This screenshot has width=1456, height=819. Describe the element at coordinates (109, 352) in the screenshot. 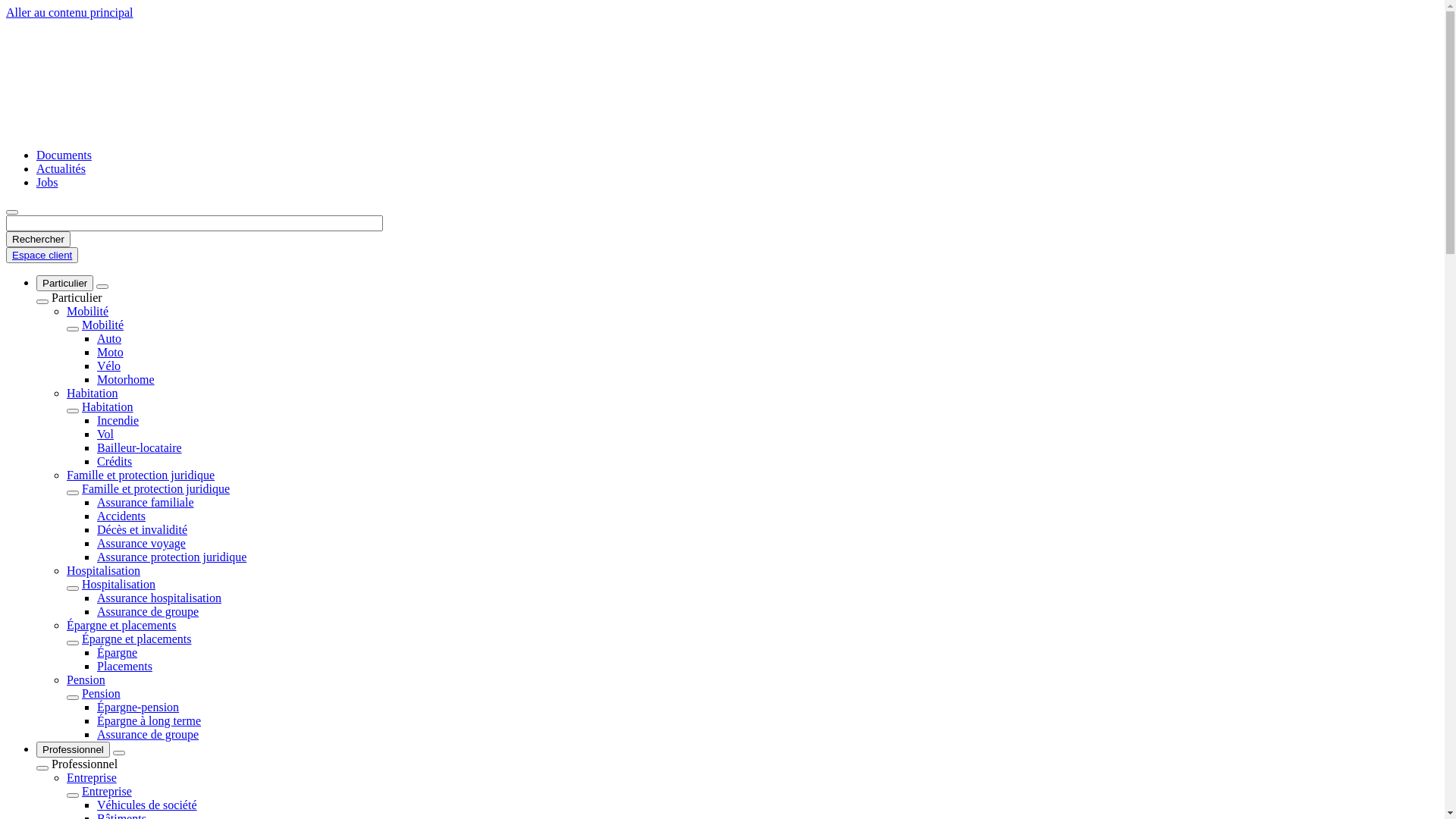

I see `'Moto'` at that location.